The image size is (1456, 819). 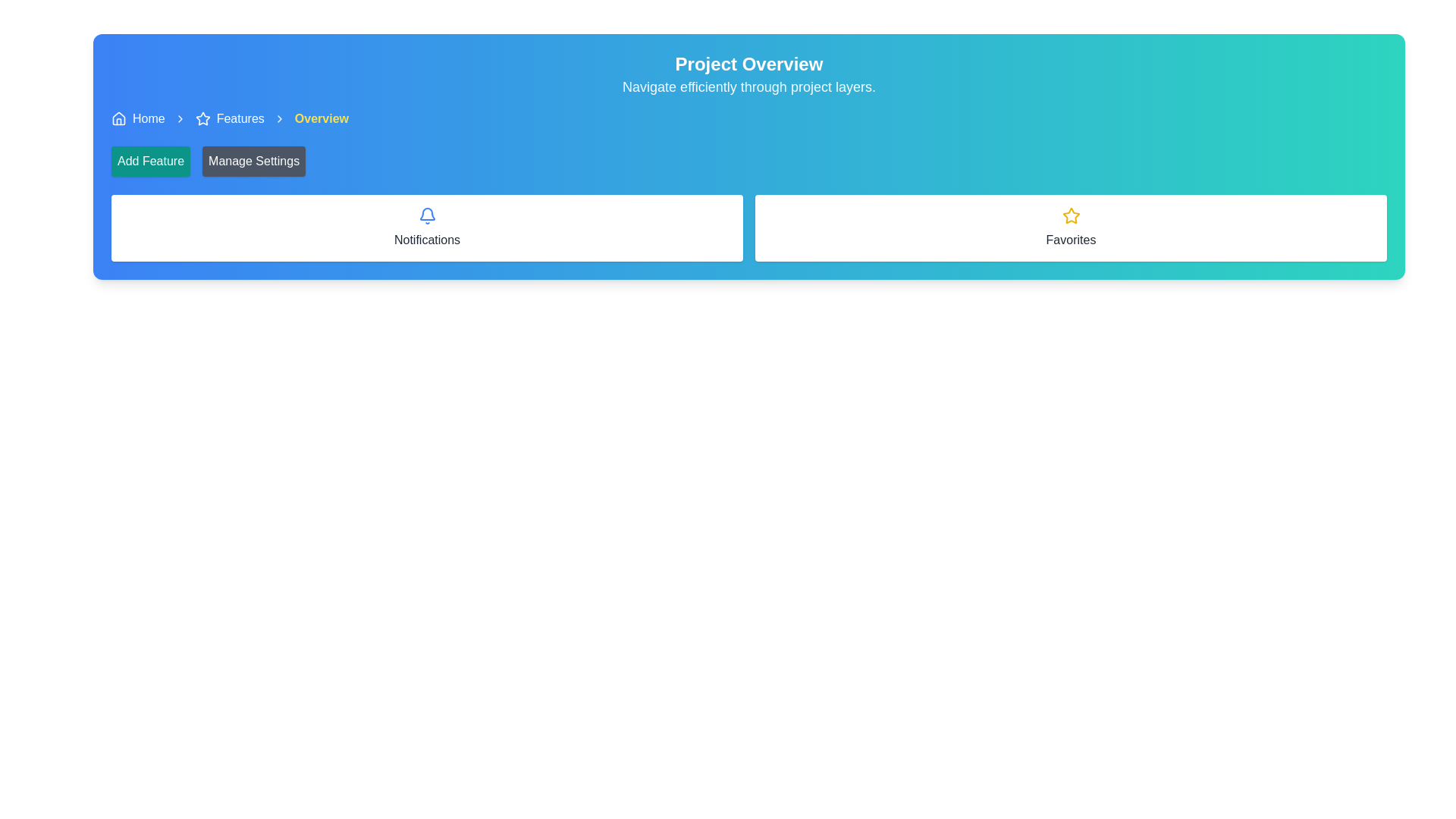 I want to click on the yellow star-shaped icon representing the favorites functionality to mark it as favorite, so click(x=1070, y=215).